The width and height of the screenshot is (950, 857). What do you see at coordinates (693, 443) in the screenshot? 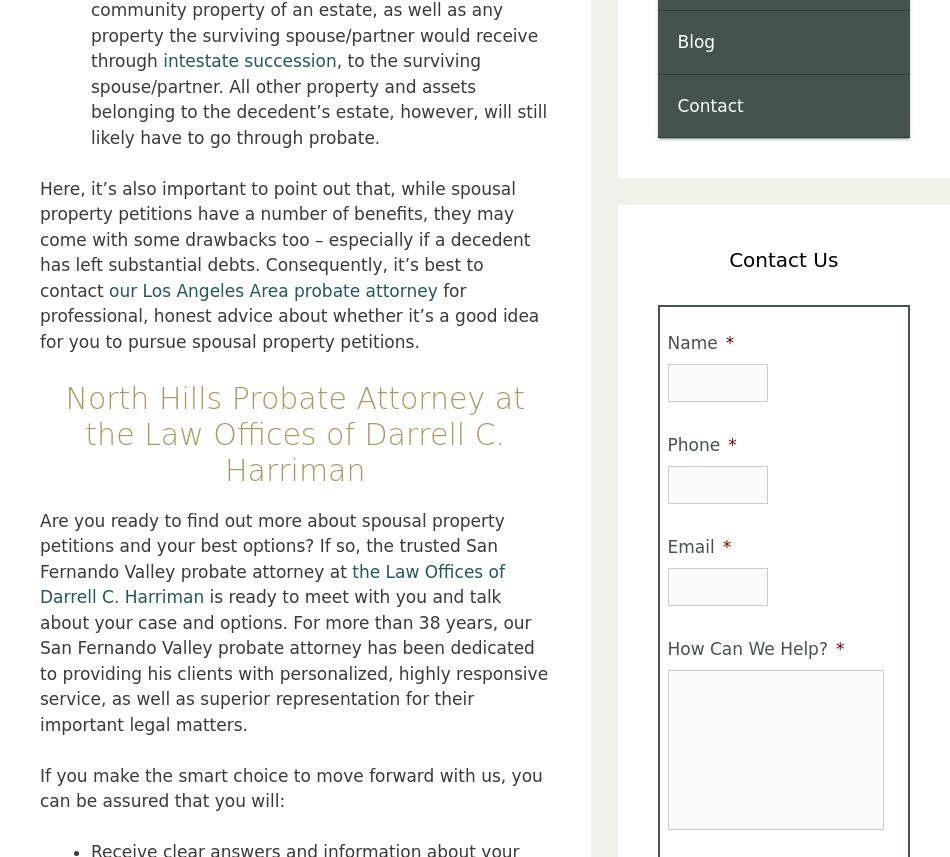
I see `'Phone'` at bounding box center [693, 443].